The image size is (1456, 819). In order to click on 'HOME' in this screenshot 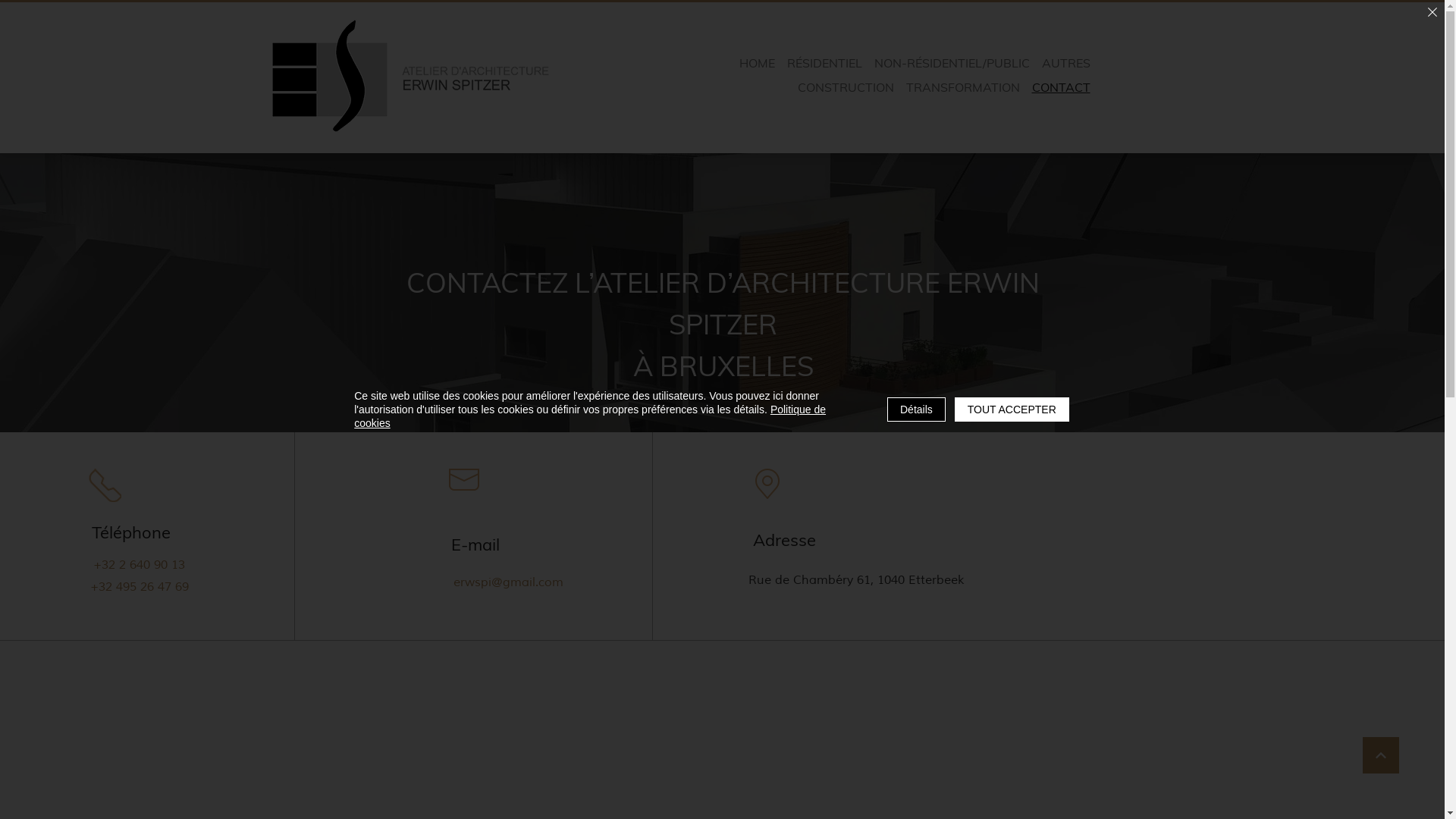, I will do `click(757, 62)`.